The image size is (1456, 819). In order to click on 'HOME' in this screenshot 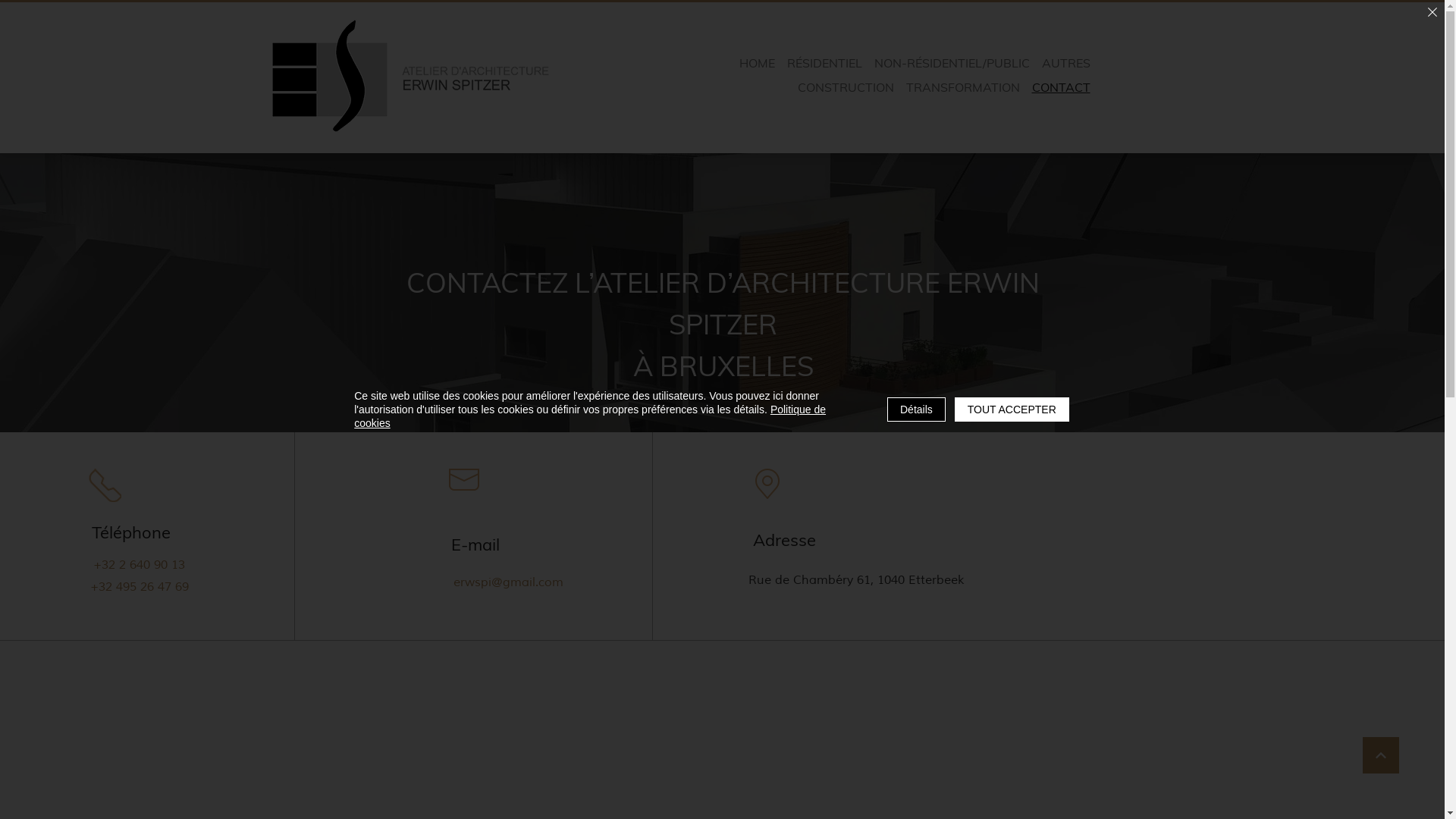, I will do `click(757, 62)`.